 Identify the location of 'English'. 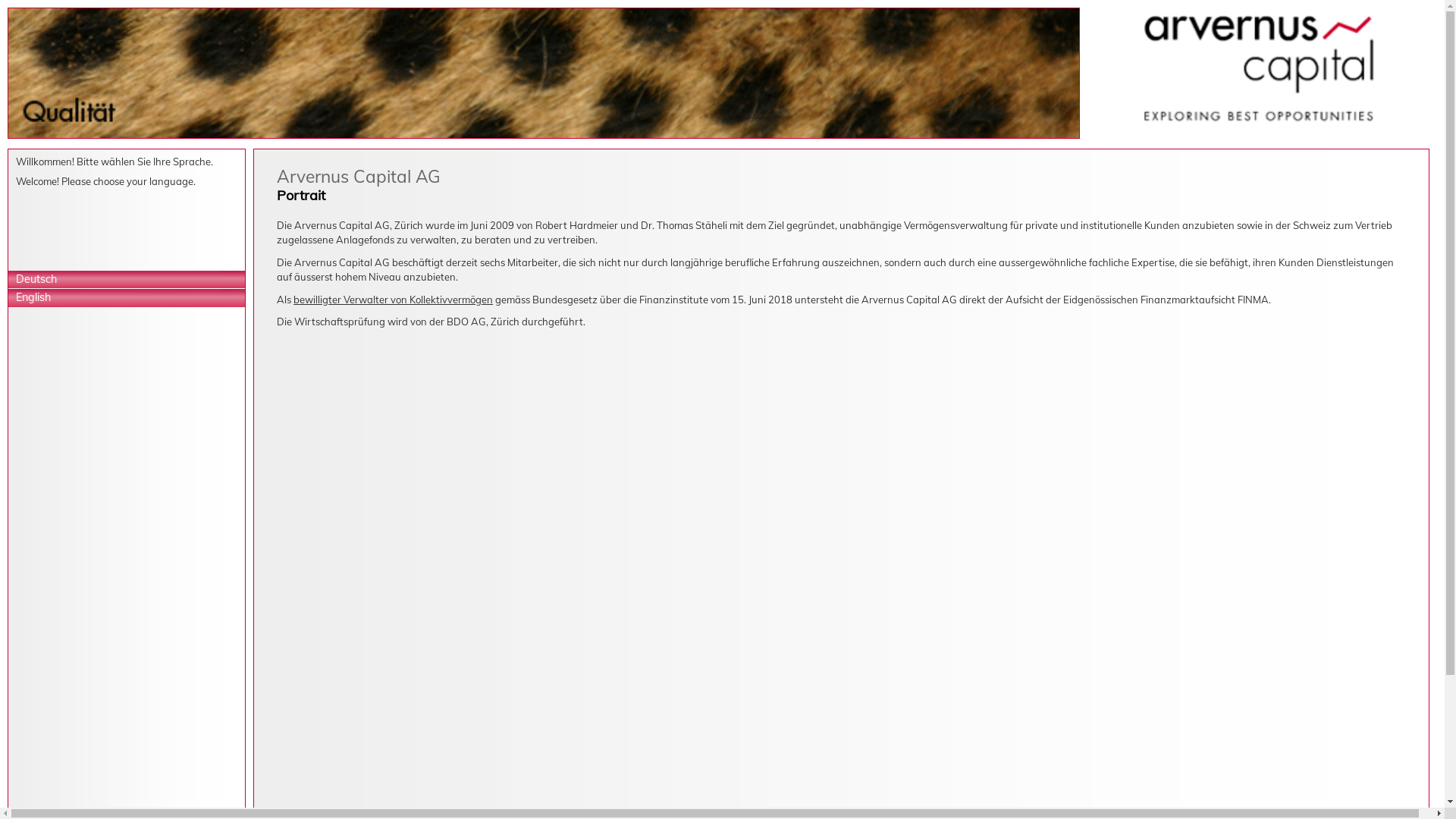
(127, 297).